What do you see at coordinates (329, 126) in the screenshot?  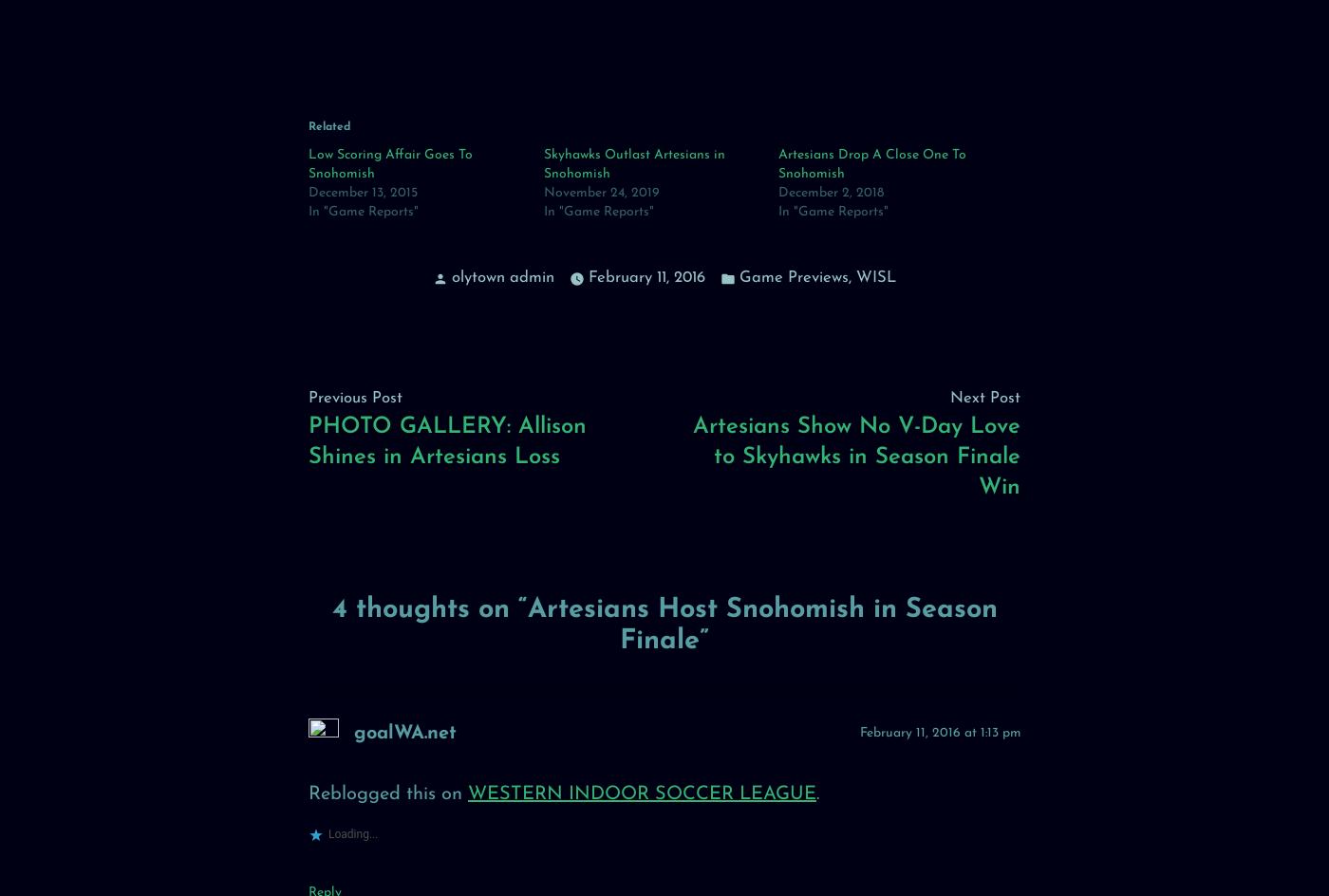 I see `'Related'` at bounding box center [329, 126].